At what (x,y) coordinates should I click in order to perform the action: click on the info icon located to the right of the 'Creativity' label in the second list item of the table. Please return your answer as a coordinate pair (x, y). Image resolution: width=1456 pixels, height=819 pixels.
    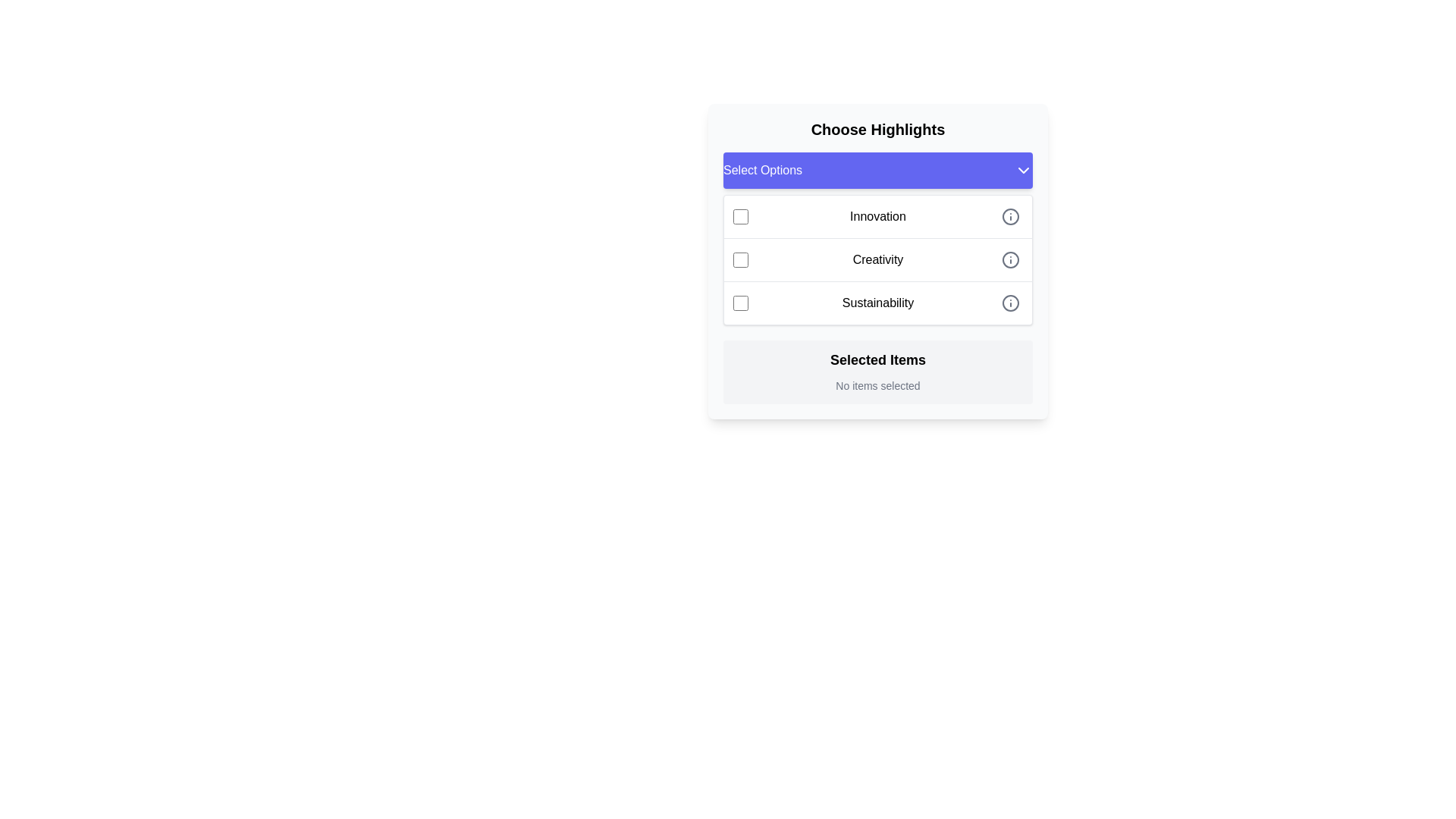
    Looking at the image, I should click on (1011, 259).